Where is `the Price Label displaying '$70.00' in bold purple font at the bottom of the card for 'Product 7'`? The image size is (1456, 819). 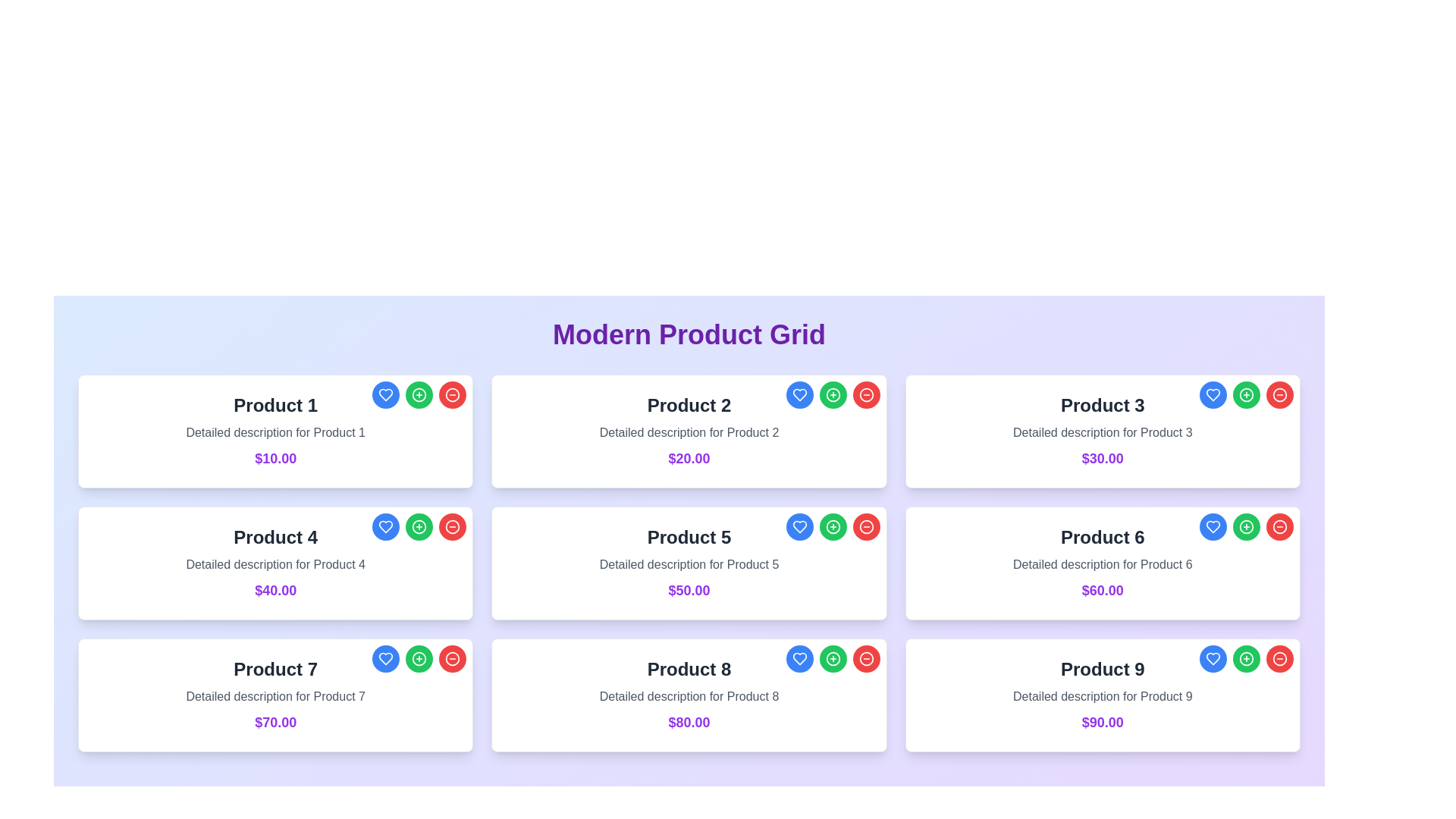 the Price Label displaying '$70.00' in bold purple font at the bottom of the card for 'Product 7' is located at coordinates (275, 721).